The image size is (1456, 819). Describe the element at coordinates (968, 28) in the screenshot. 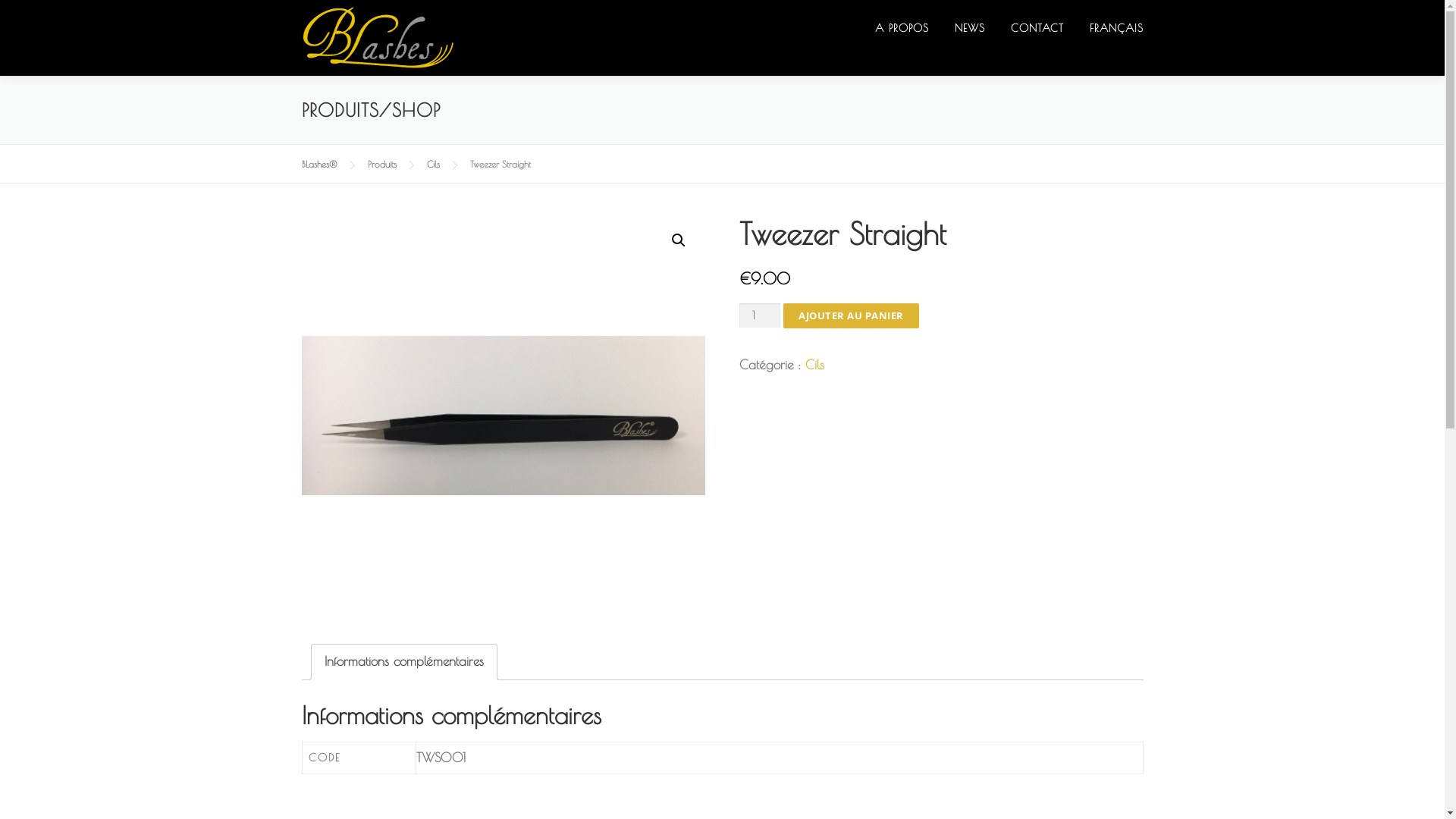

I see `'NEWS'` at that location.